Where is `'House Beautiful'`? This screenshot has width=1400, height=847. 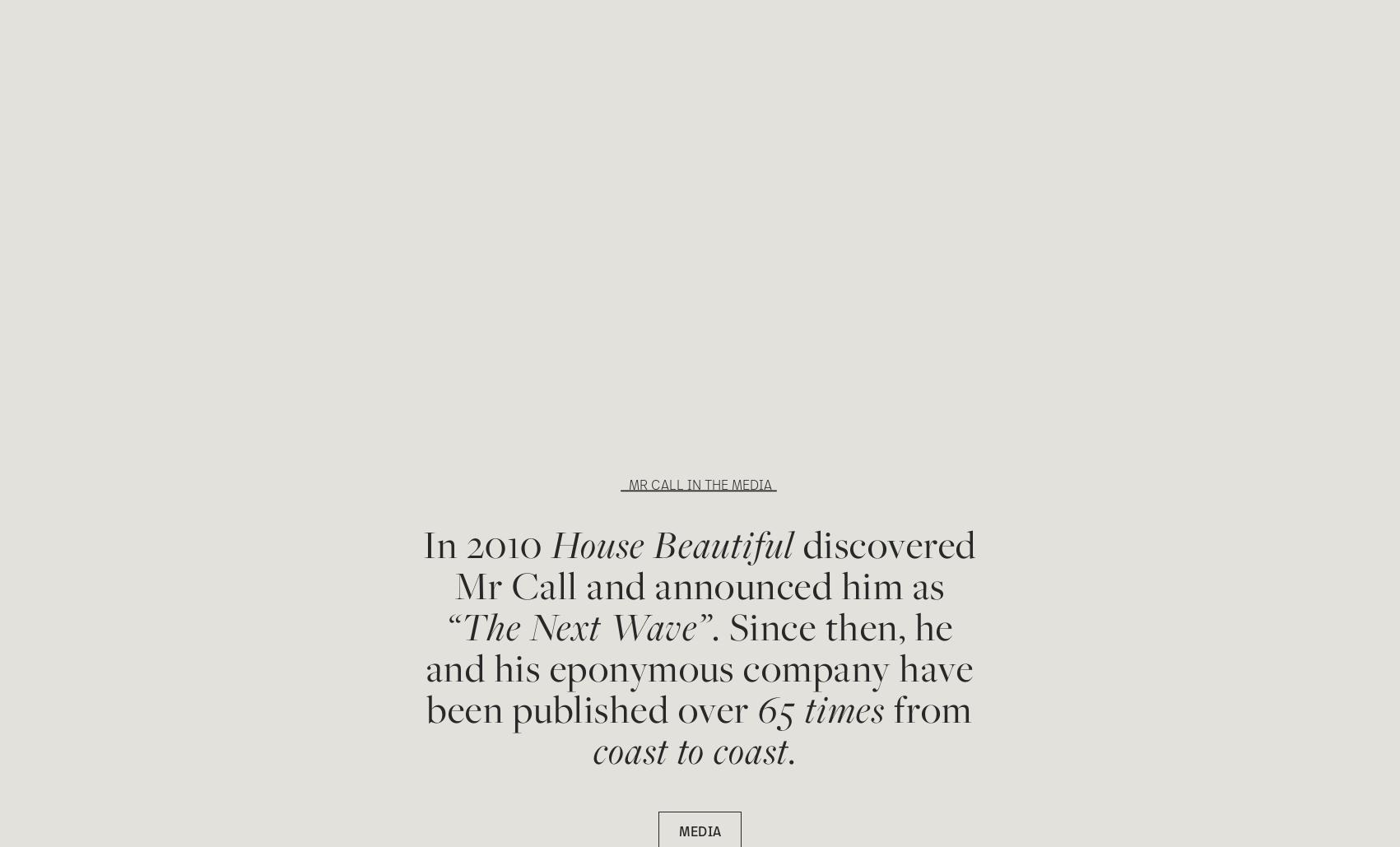 'House Beautiful' is located at coordinates (672, 543).